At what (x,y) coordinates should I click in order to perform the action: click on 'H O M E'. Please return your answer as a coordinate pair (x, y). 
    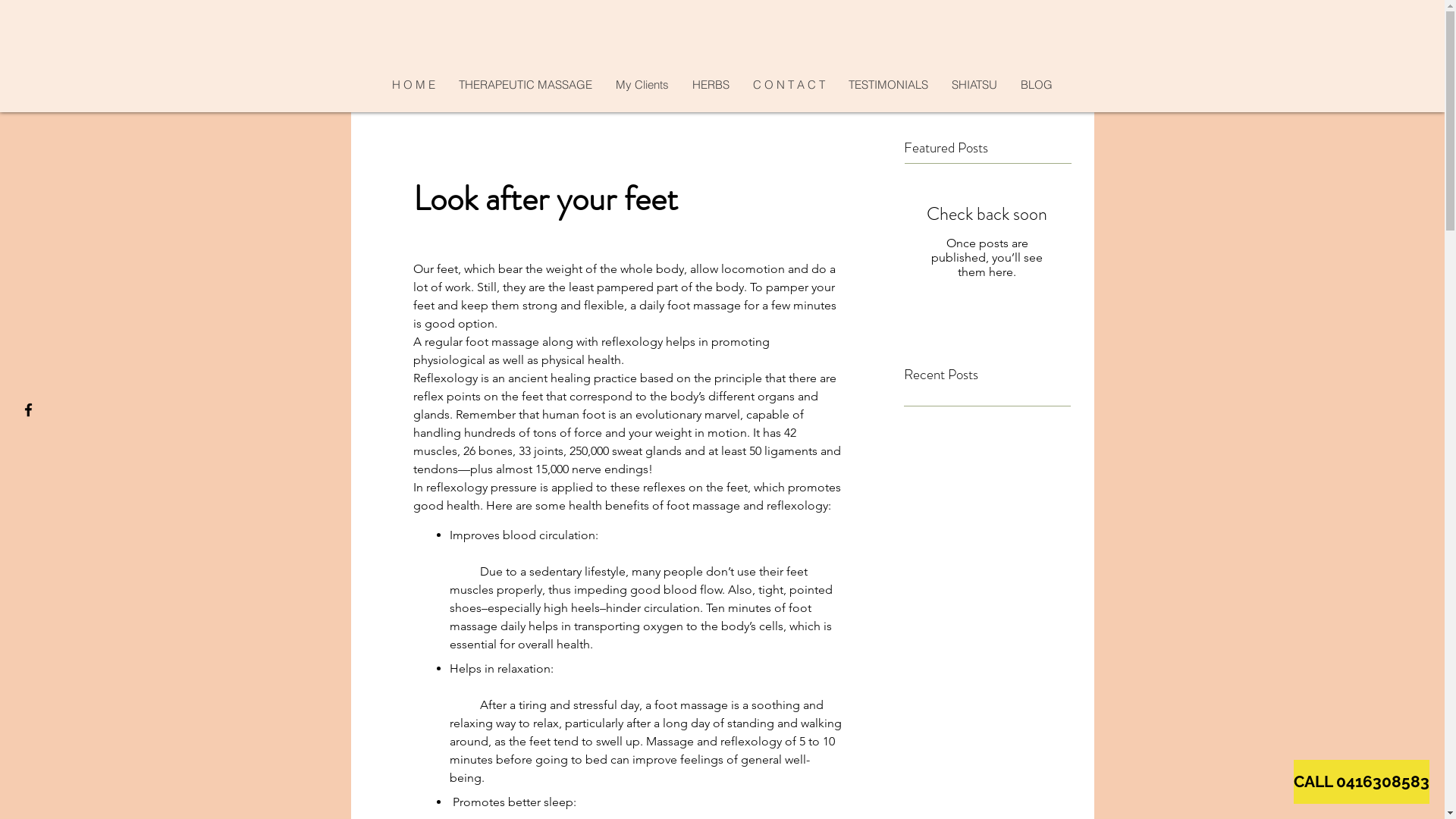
    Looking at the image, I should click on (413, 84).